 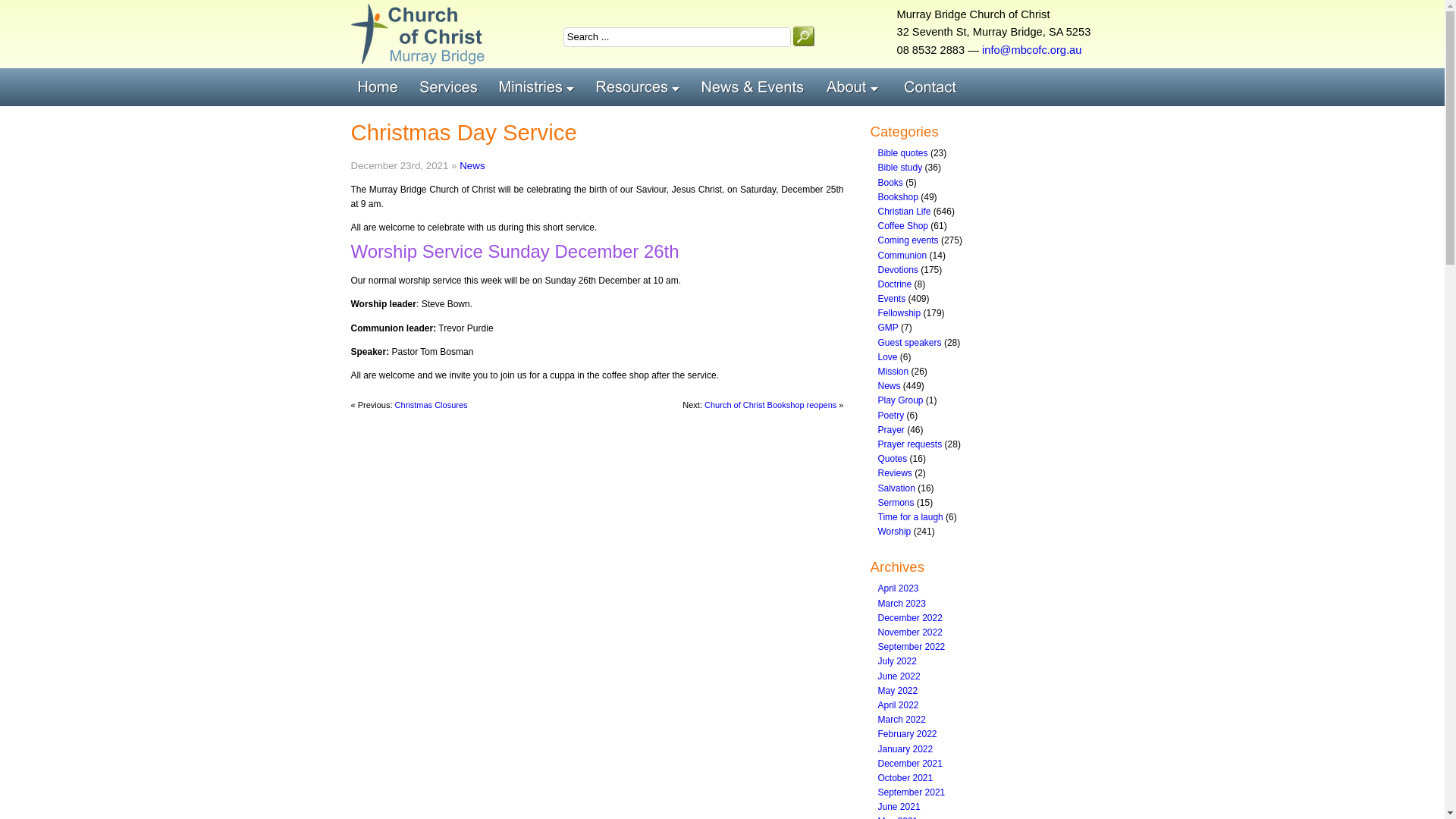 What do you see at coordinates (902, 254) in the screenshot?
I see `'Communion'` at bounding box center [902, 254].